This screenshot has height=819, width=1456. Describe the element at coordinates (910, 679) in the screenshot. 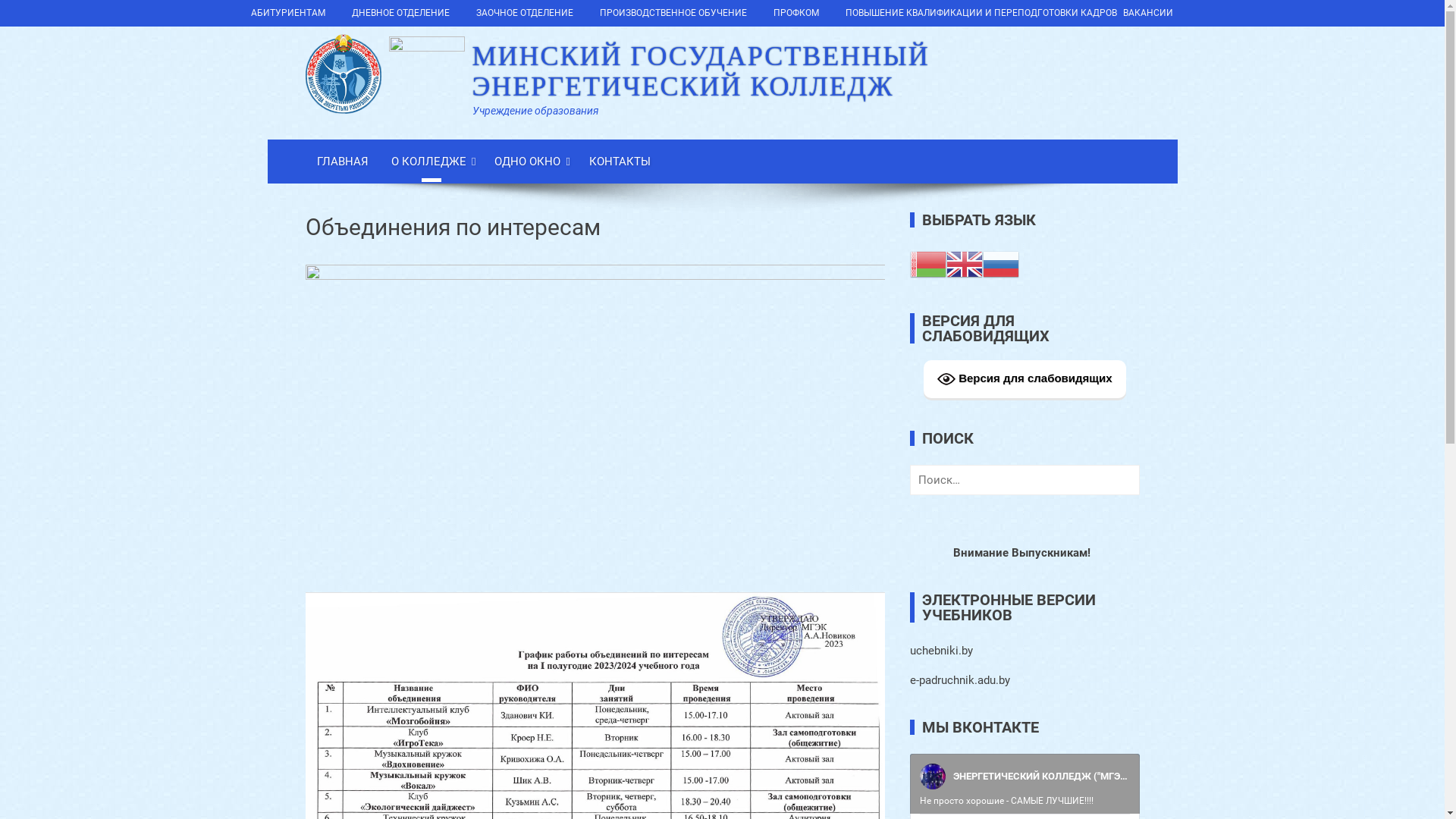

I see `'e-padruchnik.adu.by'` at that location.